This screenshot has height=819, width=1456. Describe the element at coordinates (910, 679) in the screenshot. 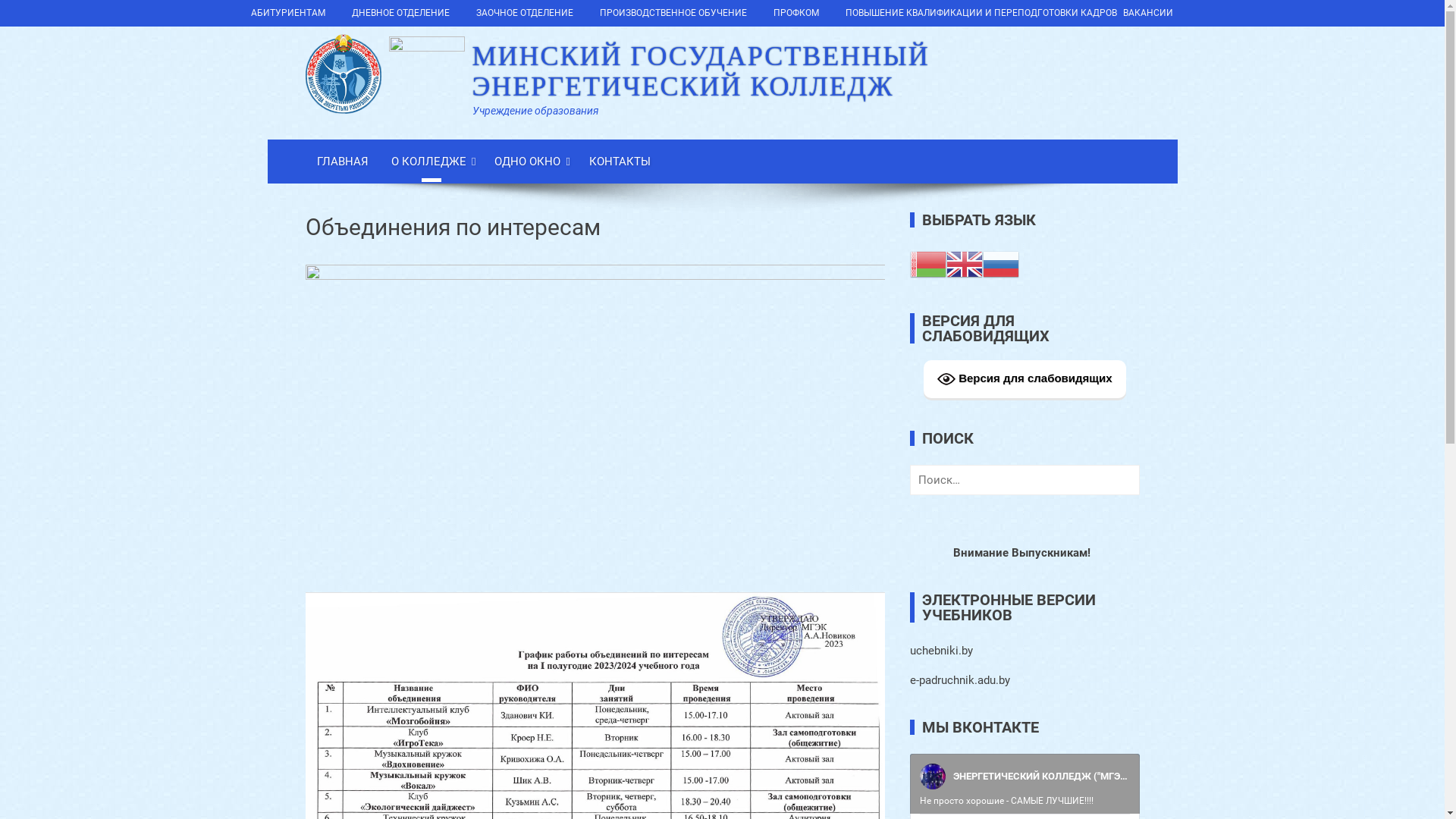

I see `'e-padruchnik.adu.by'` at that location.